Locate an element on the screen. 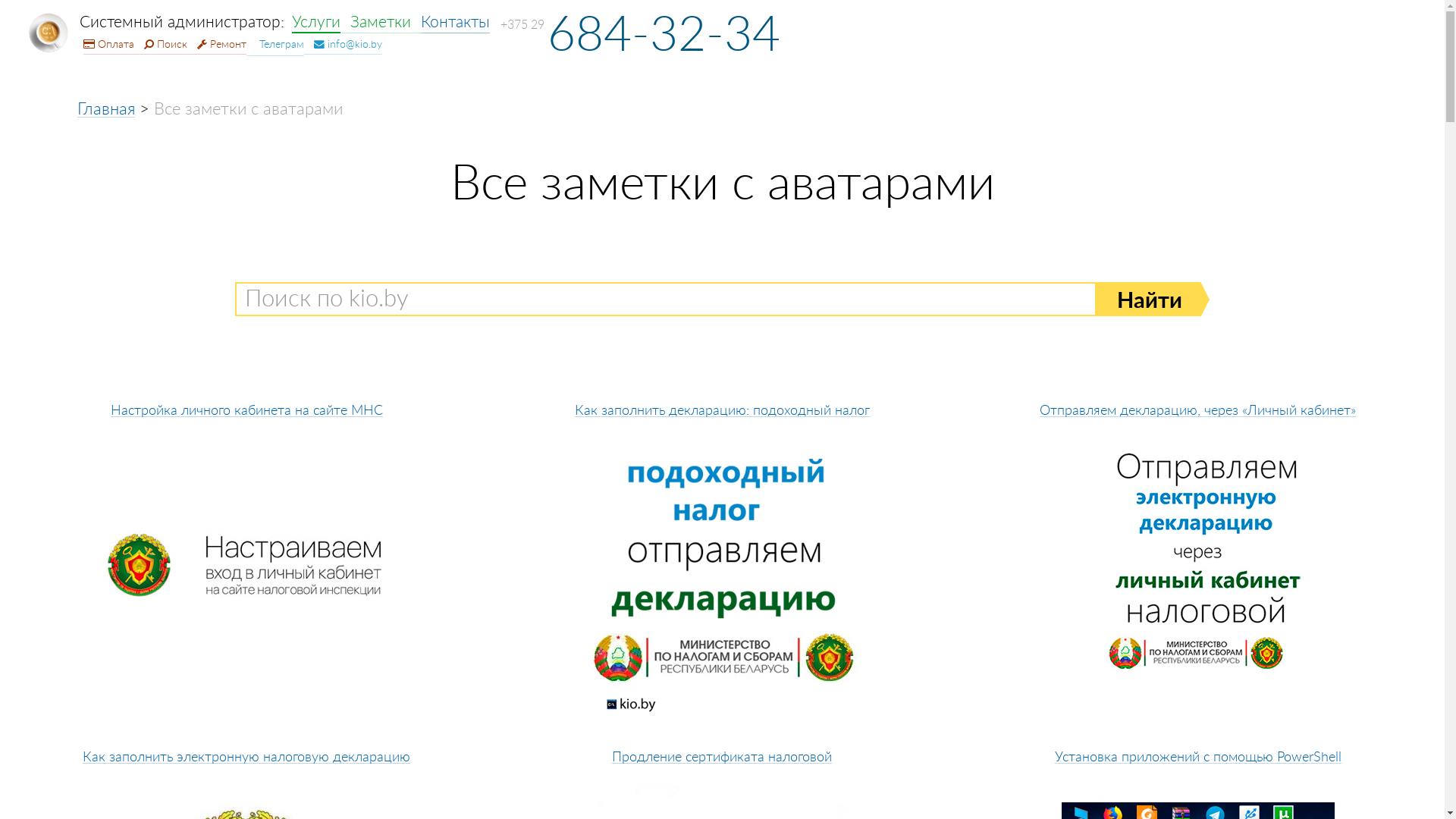 Image resolution: width=1456 pixels, height=819 pixels. ' info@kio.by' is located at coordinates (303, 43).